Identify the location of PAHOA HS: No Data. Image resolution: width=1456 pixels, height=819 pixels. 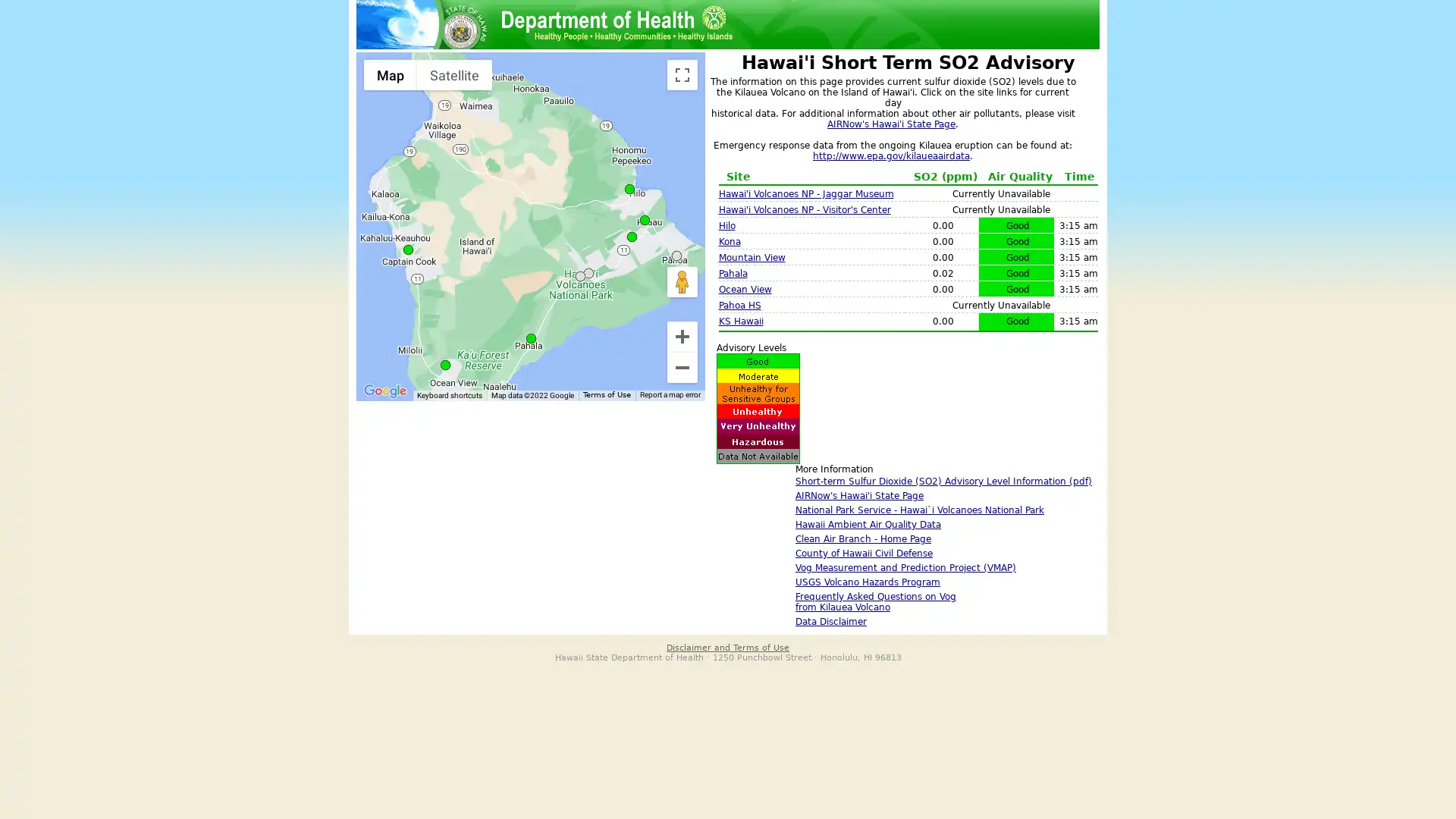
(676, 255).